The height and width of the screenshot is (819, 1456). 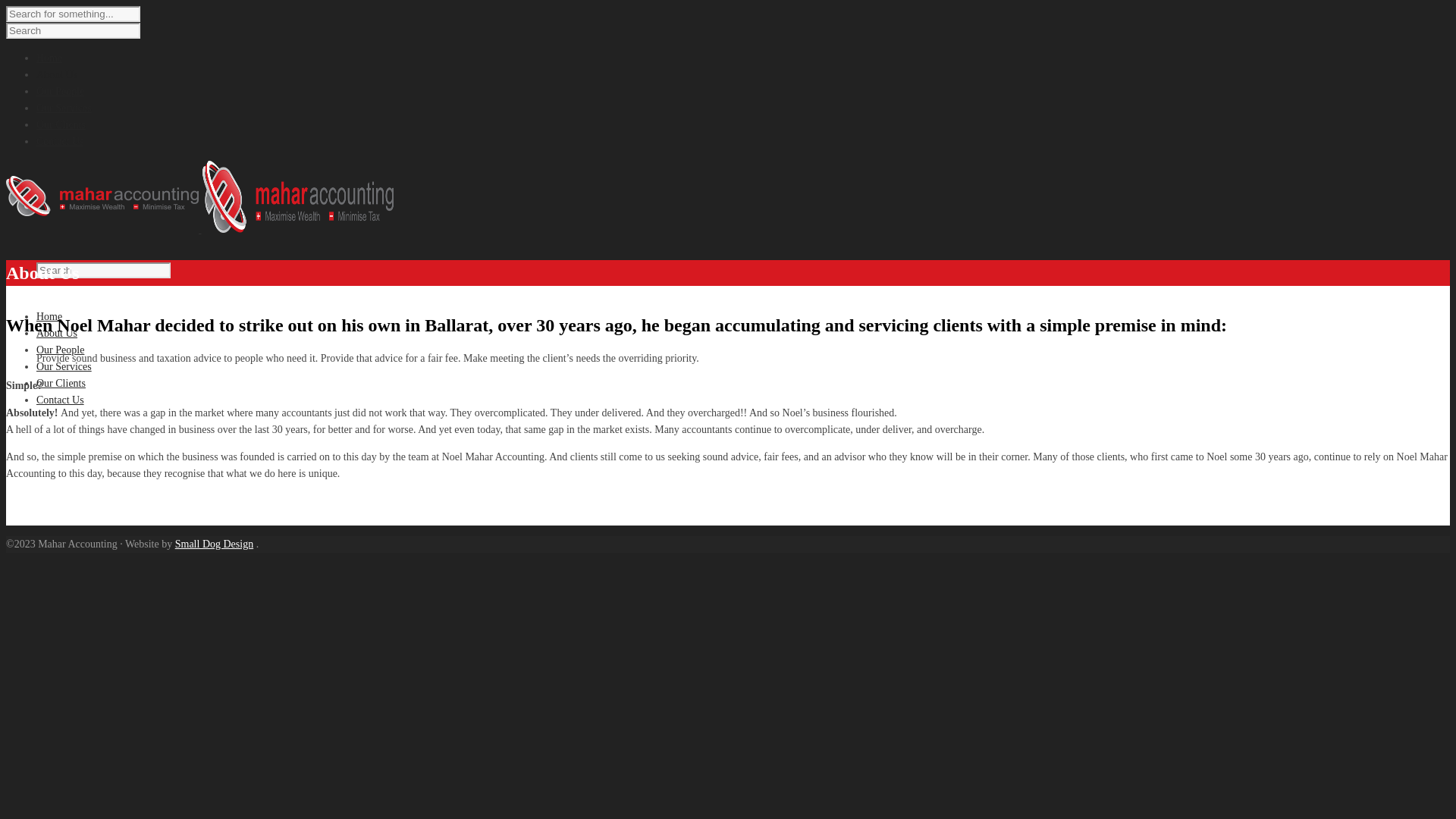 What do you see at coordinates (63, 366) in the screenshot?
I see `'Our Services'` at bounding box center [63, 366].